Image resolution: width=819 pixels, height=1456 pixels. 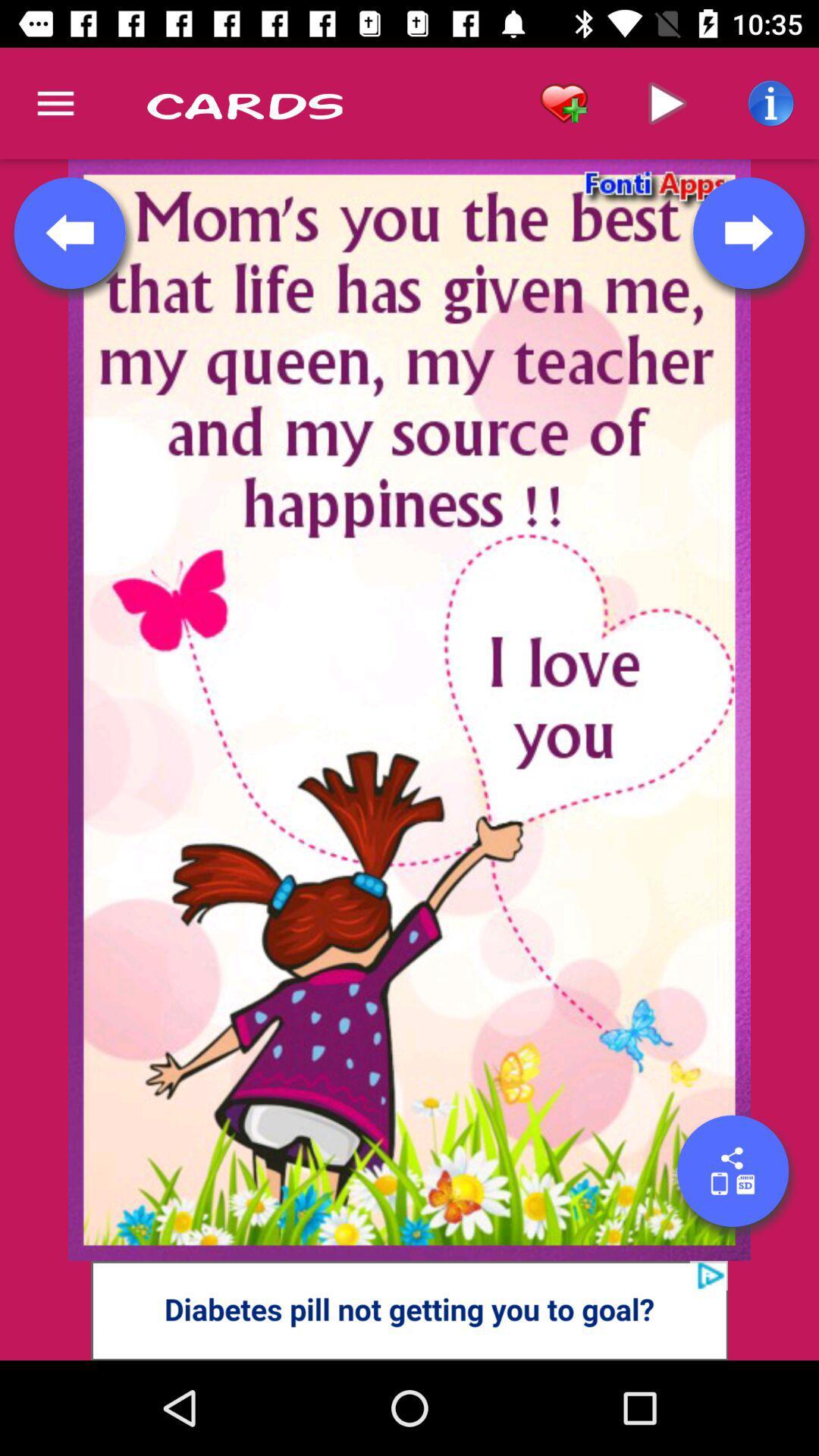 I want to click on next option, so click(x=748, y=232).